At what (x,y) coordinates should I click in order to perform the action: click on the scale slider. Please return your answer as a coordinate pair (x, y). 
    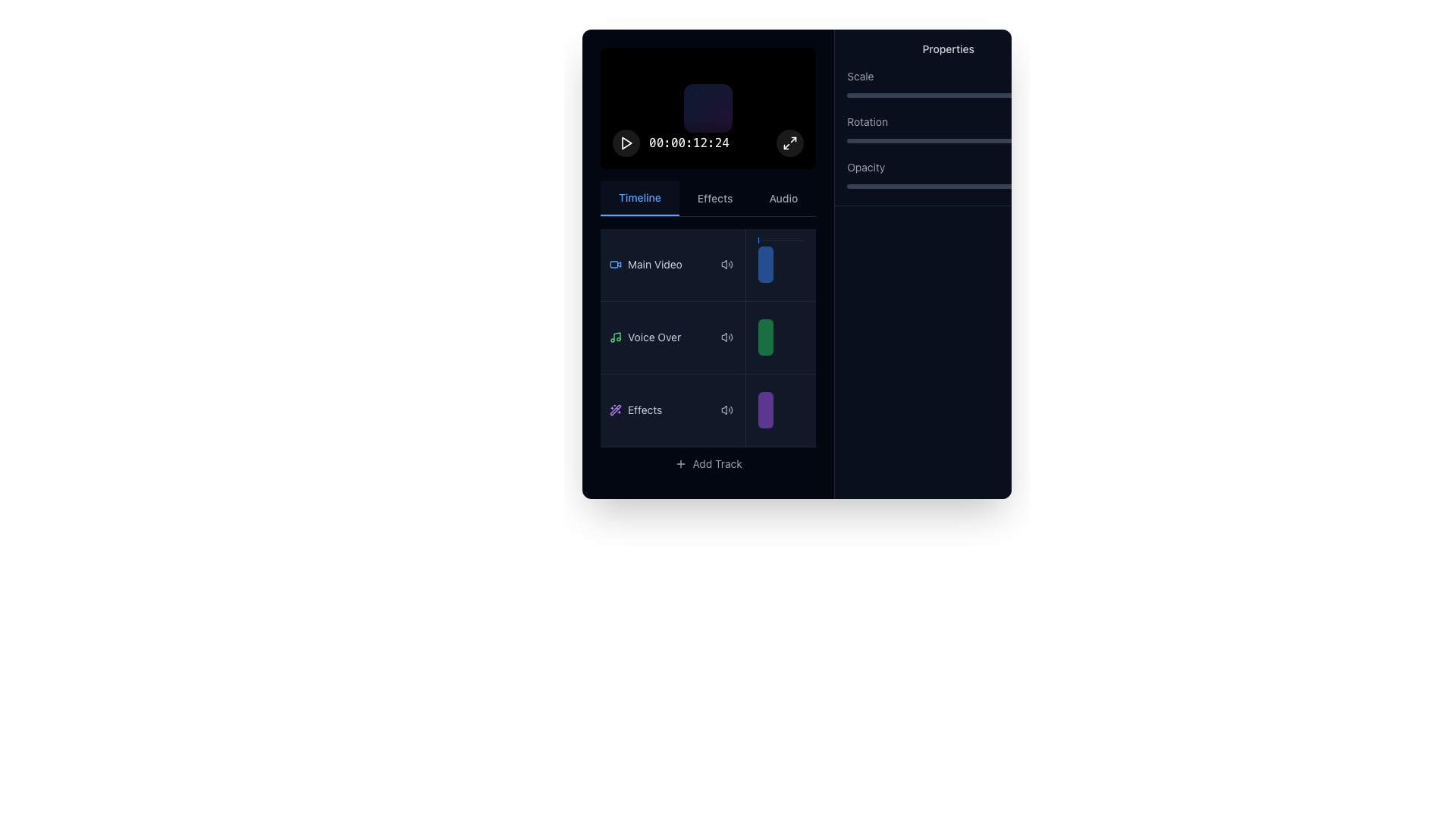
    Looking at the image, I should click on (972, 96).